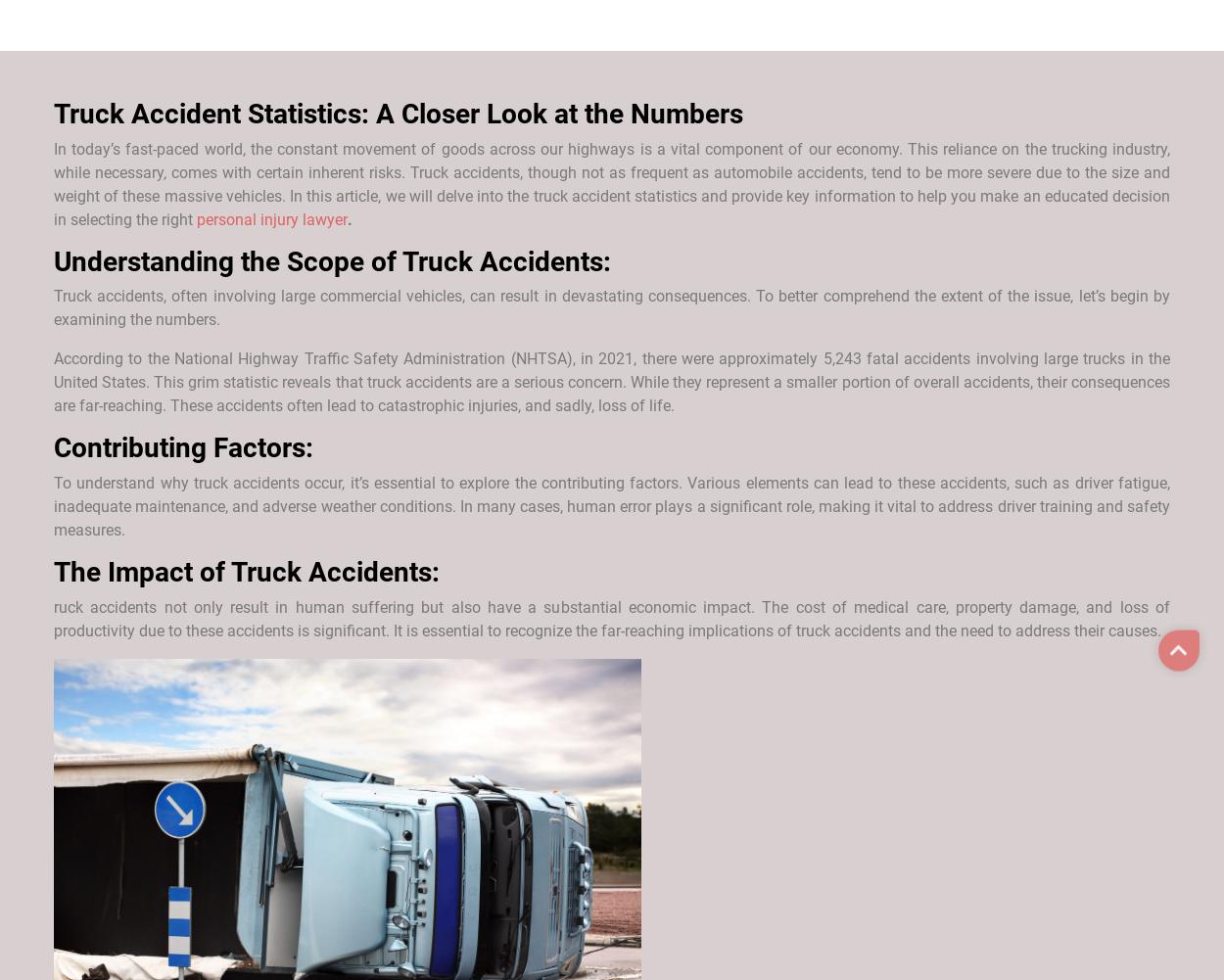 Image resolution: width=1224 pixels, height=980 pixels. Describe the element at coordinates (612, 381) in the screenshot. I see `'According to the National Highway Traffic Safety Administration (NHTSA), in 2021, there were approximately 5,243 fatal accidents involving large trucks in the United States. This grim statistic reveals that truck accidents are a serious concern. While they represent a smaller portion of overall accidents, their consequences are far-reaching. These accidents often lead to catastrophic injuries, and sadly, loss of life.'` at that location.